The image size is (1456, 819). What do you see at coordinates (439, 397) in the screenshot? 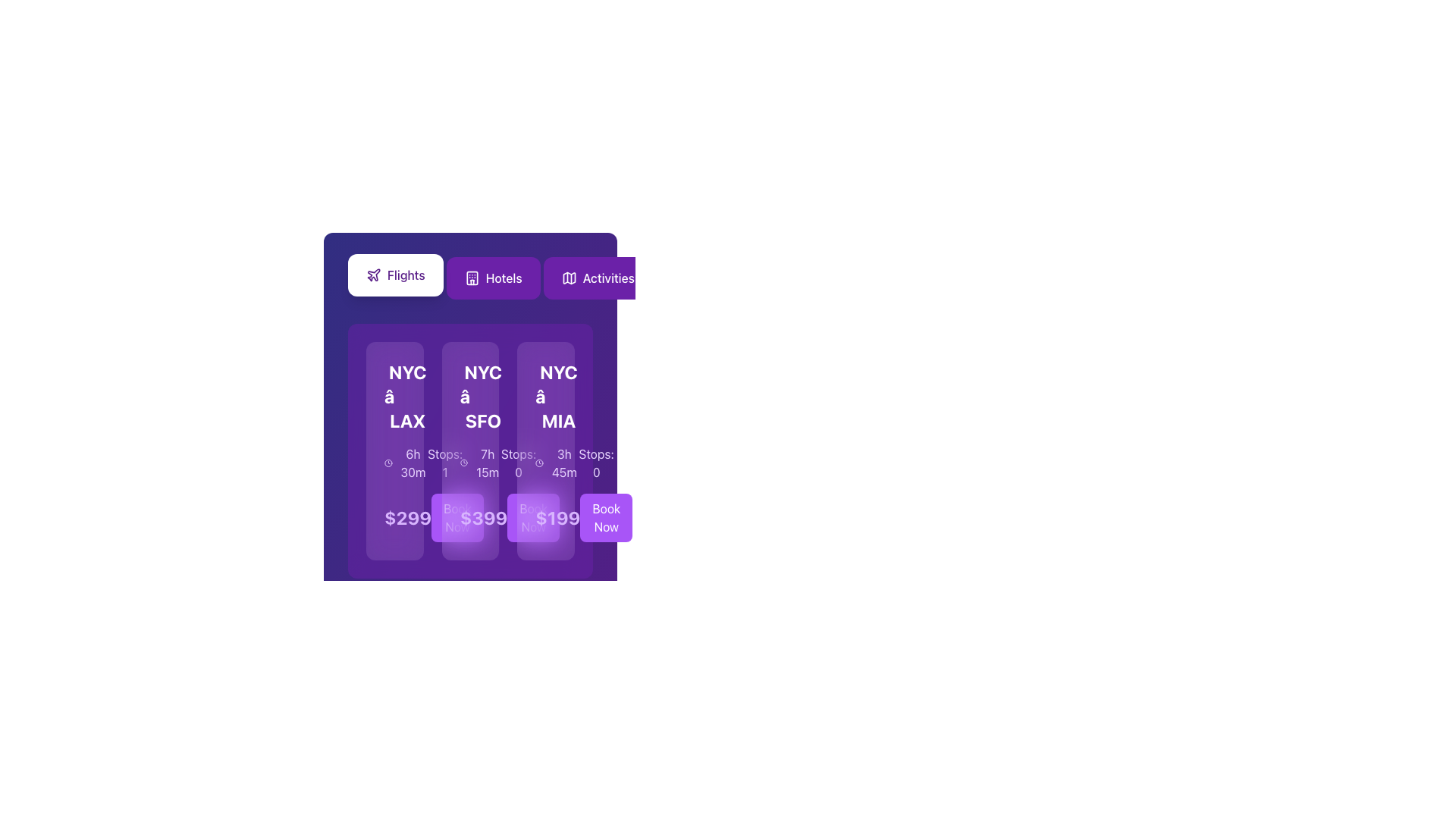
I see `circular graphical icon of the clock located in the second card of the horizontally arranged set of cards by using developer tools` at bounding box center [439, 397].